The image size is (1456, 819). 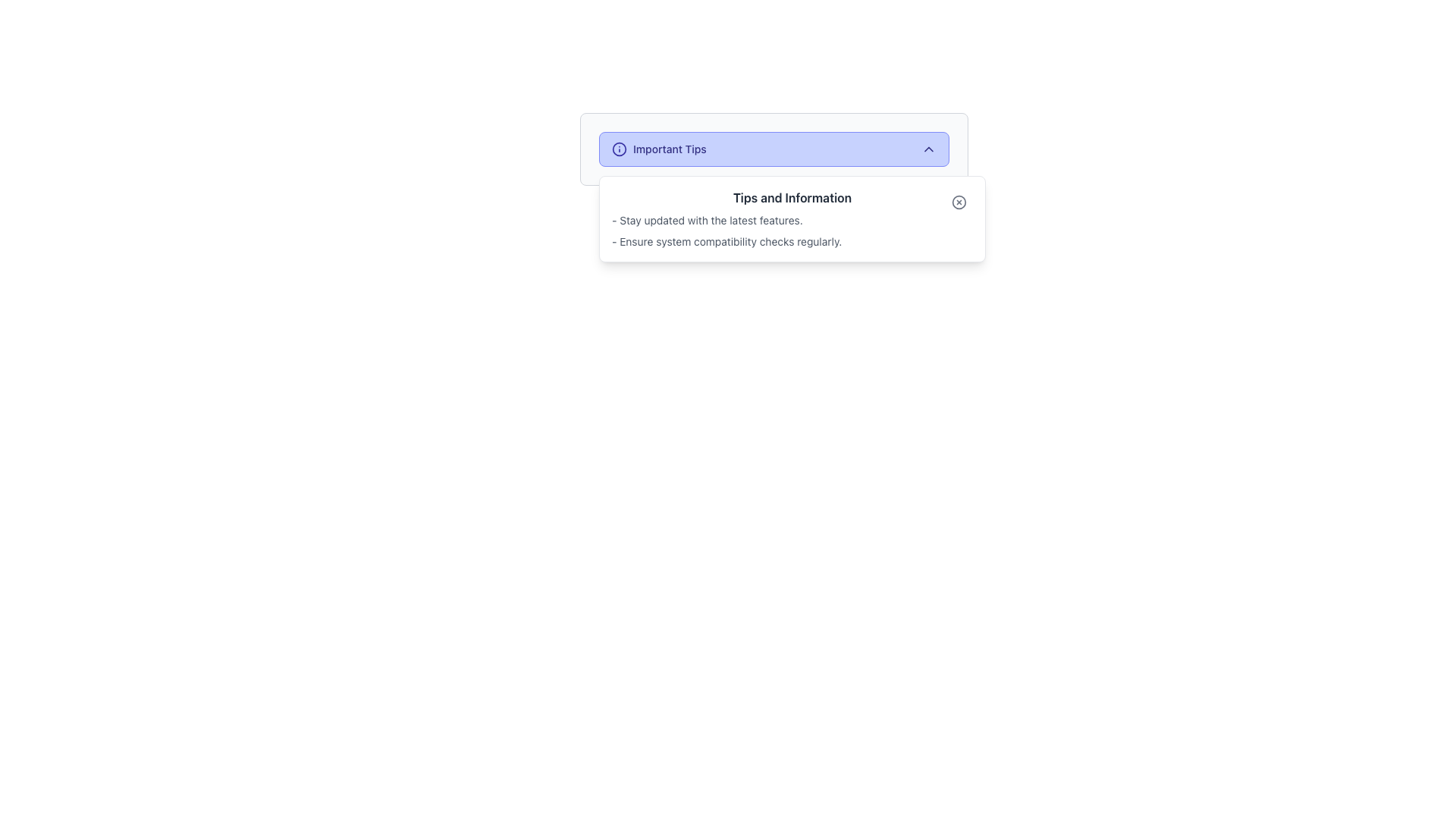 What do you see at coordinates (792, 219) in the screenshot?
I see `informational text within the tooltip titled 'Tips and Information', which contains two bullet points of tips` at bounding box center [792, 219].